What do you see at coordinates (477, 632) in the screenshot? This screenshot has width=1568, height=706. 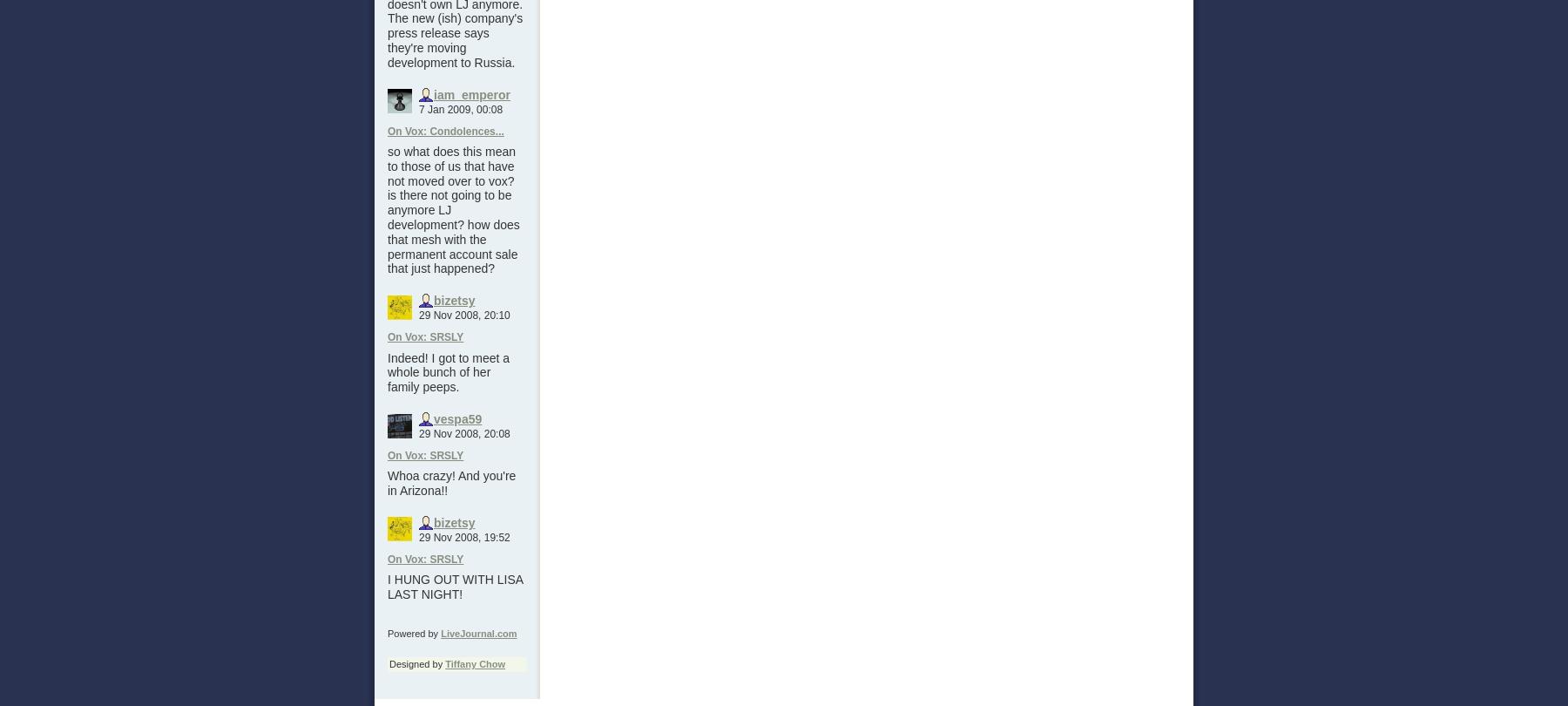 I see `'LiveJournal.com'` at bounding box center [477, 632].